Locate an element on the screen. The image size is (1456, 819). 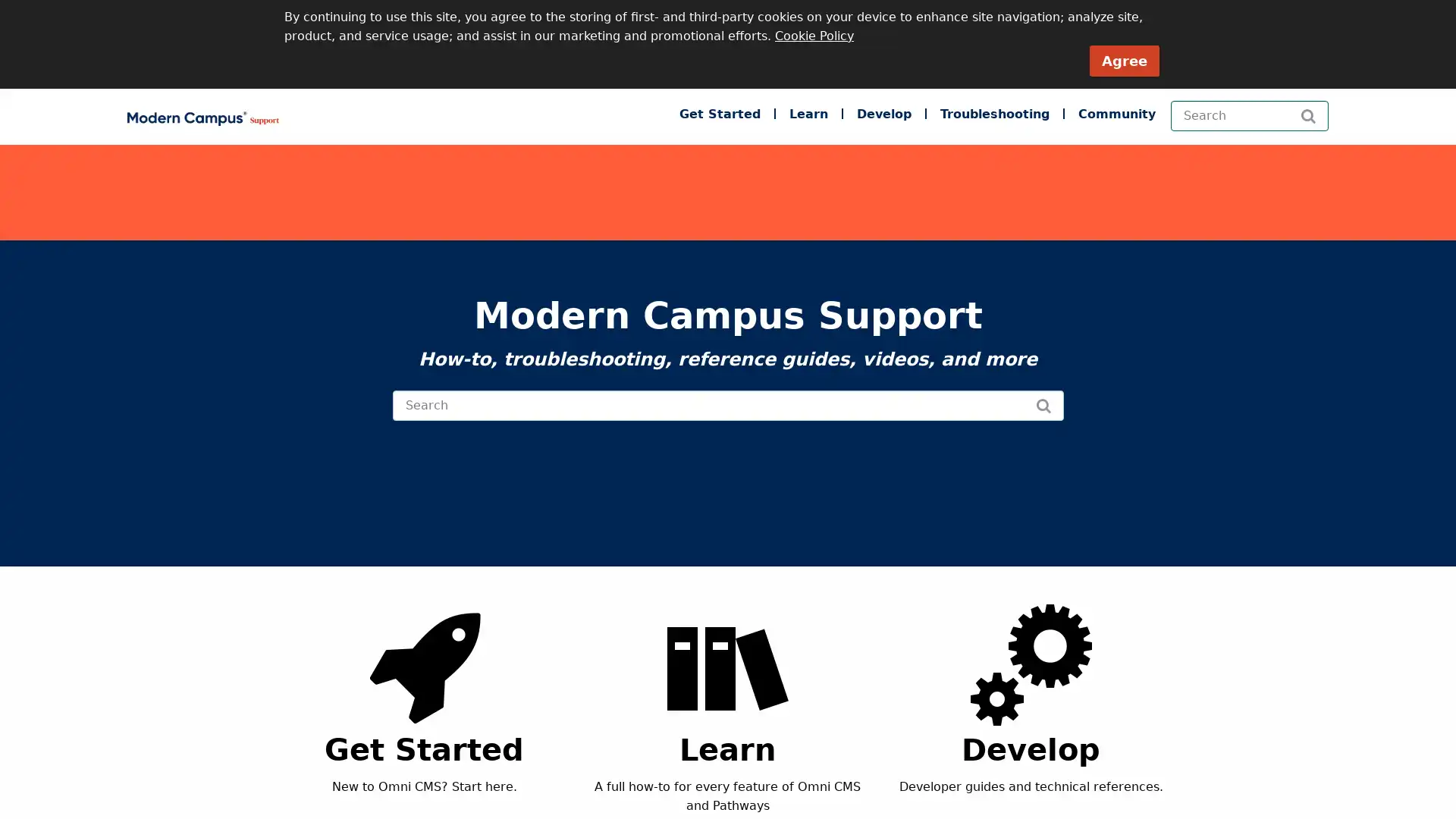
Agree is located at coordinates (1125, 60).